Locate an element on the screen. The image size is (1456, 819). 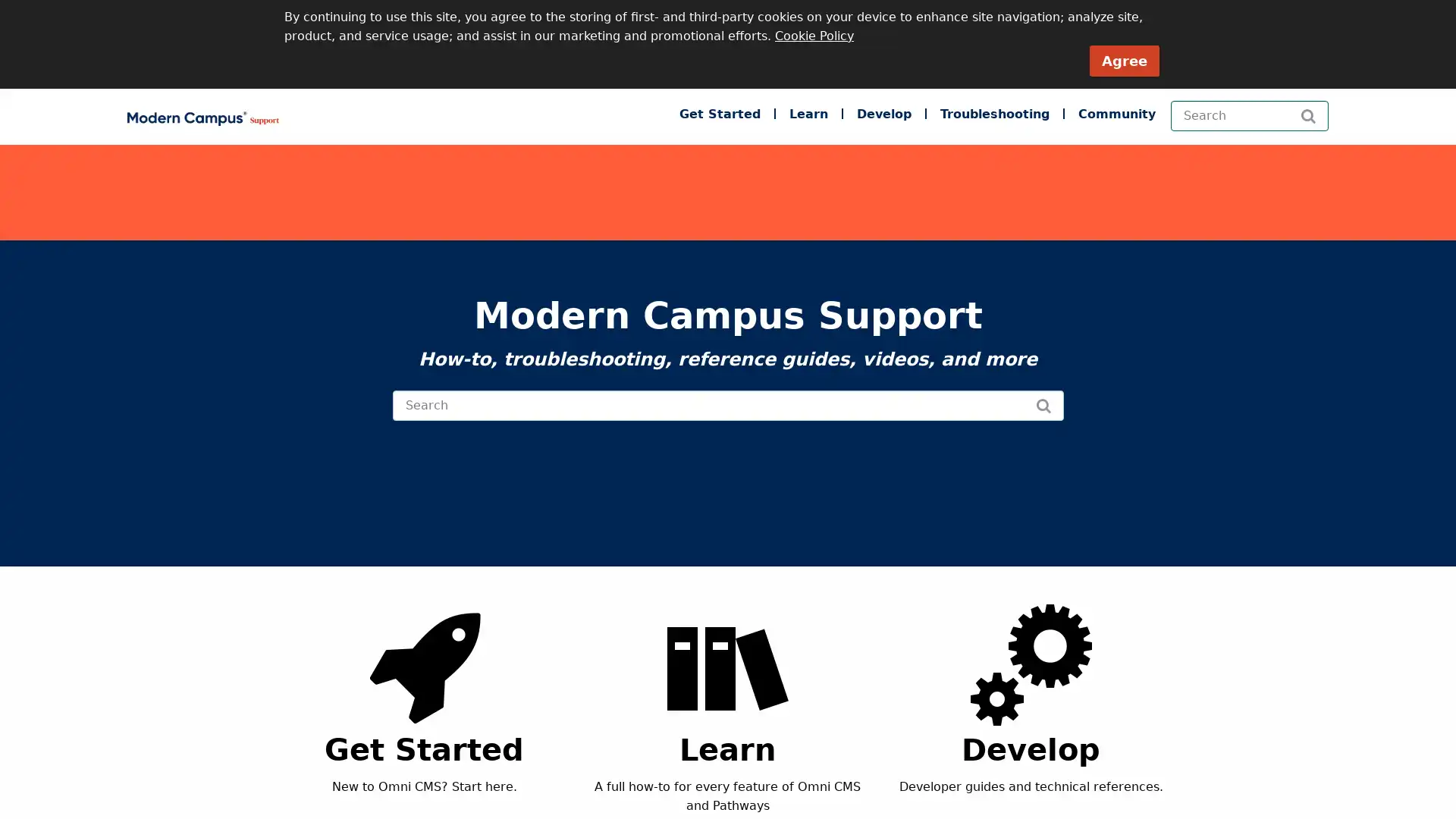
Agree is located at coordinates (1125, 60).